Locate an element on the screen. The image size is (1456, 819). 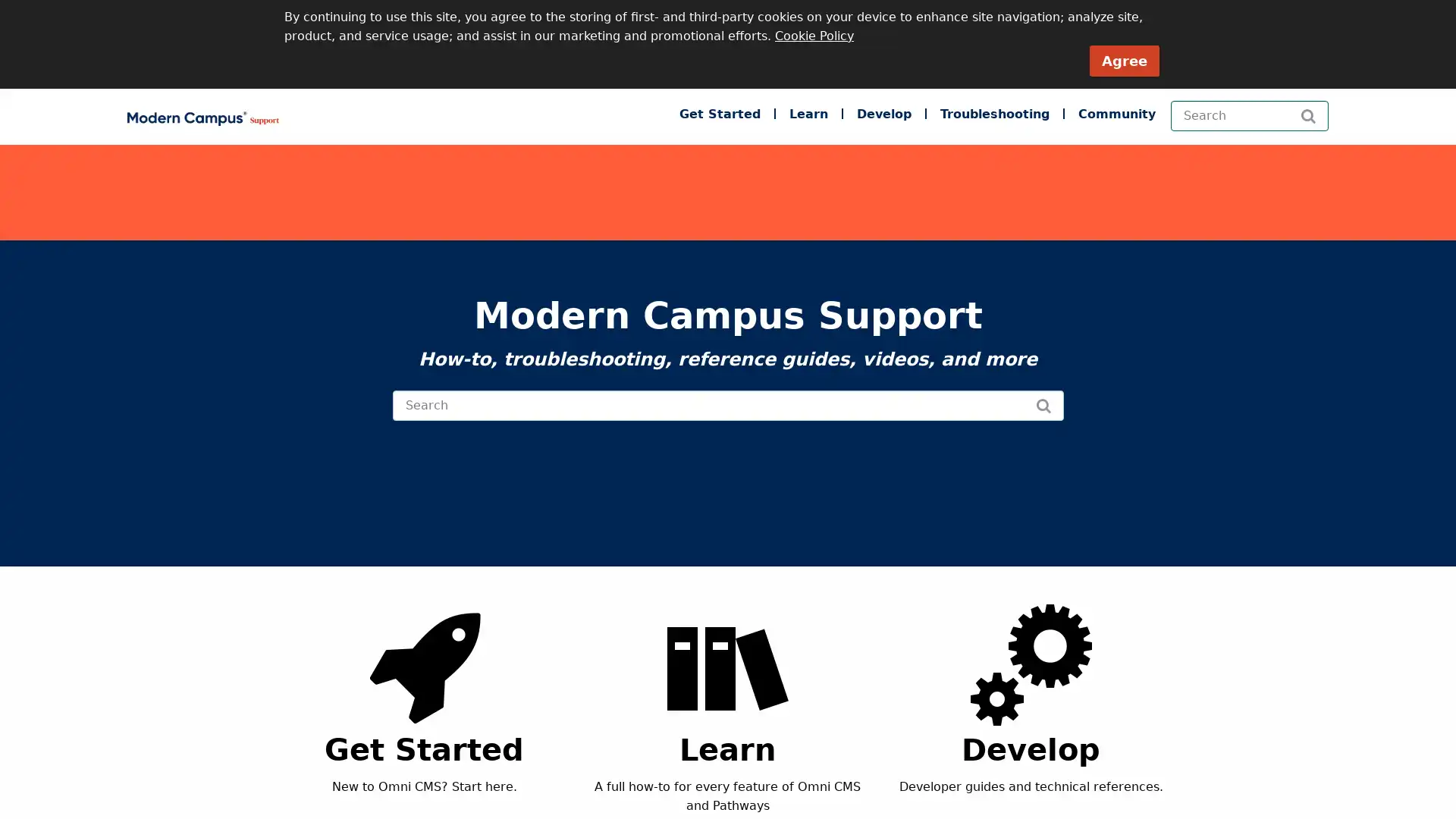
Agree is located at coordinates (1125, 60).